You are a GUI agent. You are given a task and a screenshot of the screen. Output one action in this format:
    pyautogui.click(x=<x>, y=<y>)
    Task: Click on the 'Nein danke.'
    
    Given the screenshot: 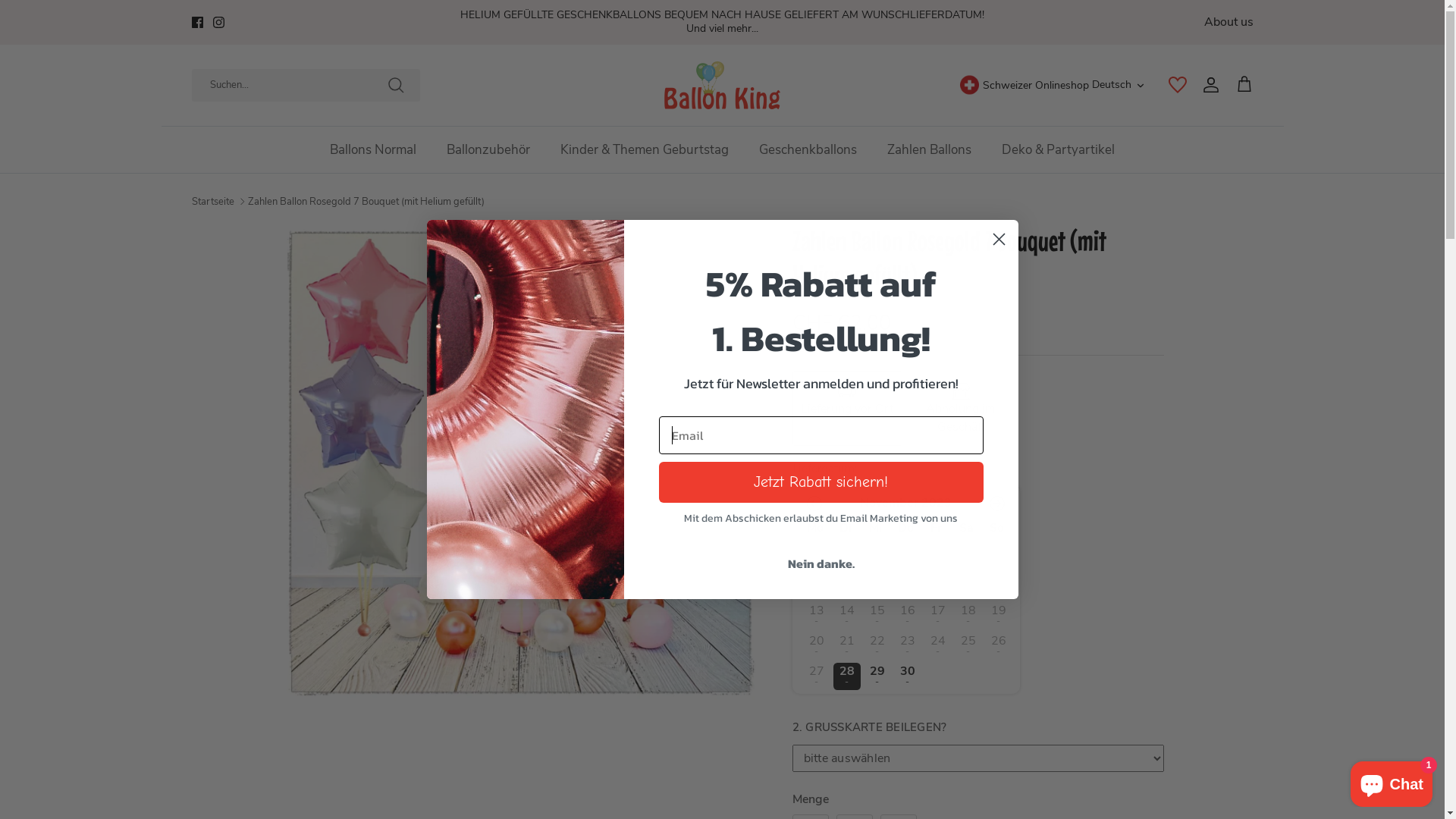 What is the action you would take?
    pyautogui.click(x=819, y=563)
    